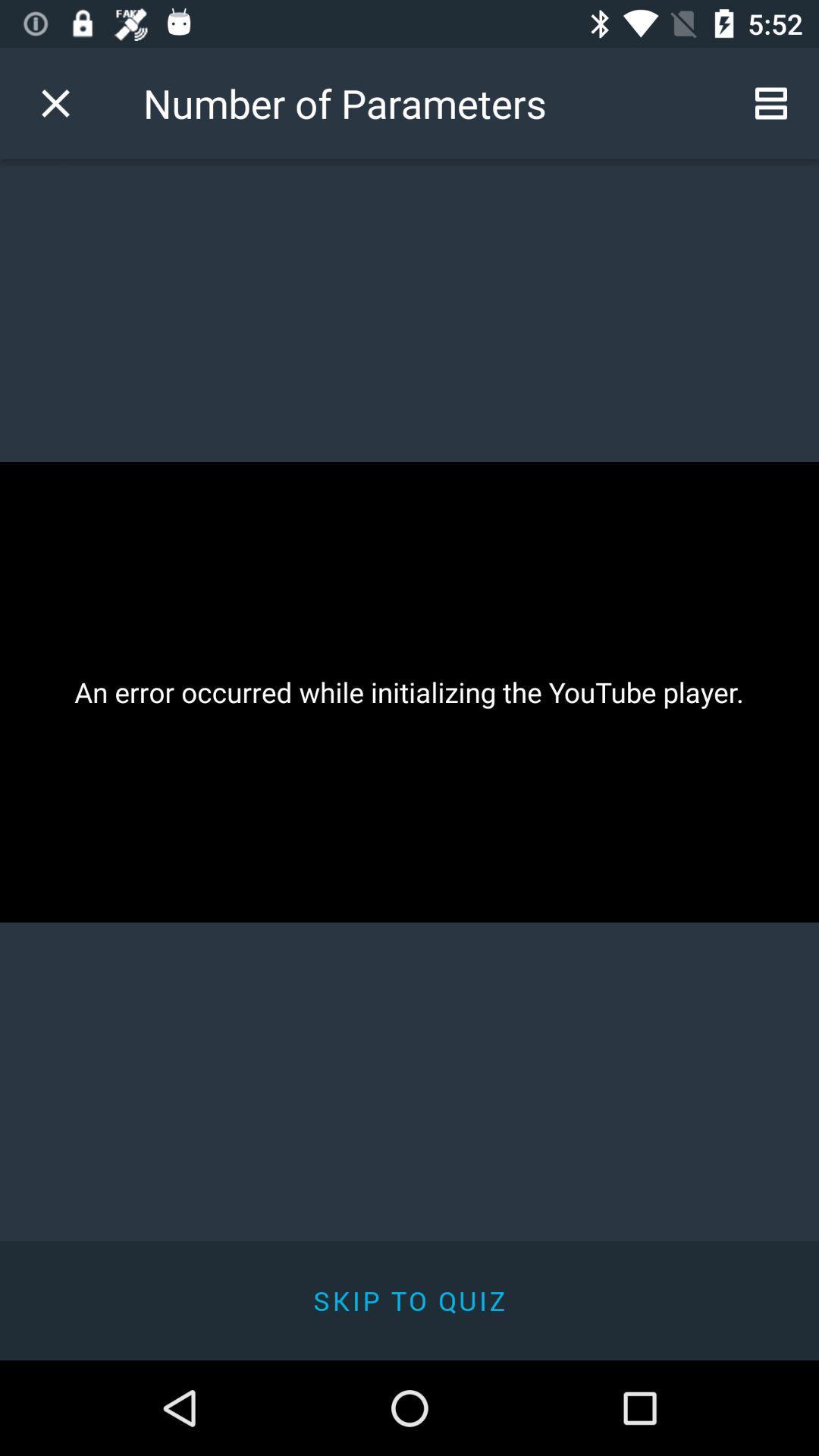 Image resolution: width=819 pixels, height=1456 pixels. I want to click on skip to quiz, so click(409, 1300).